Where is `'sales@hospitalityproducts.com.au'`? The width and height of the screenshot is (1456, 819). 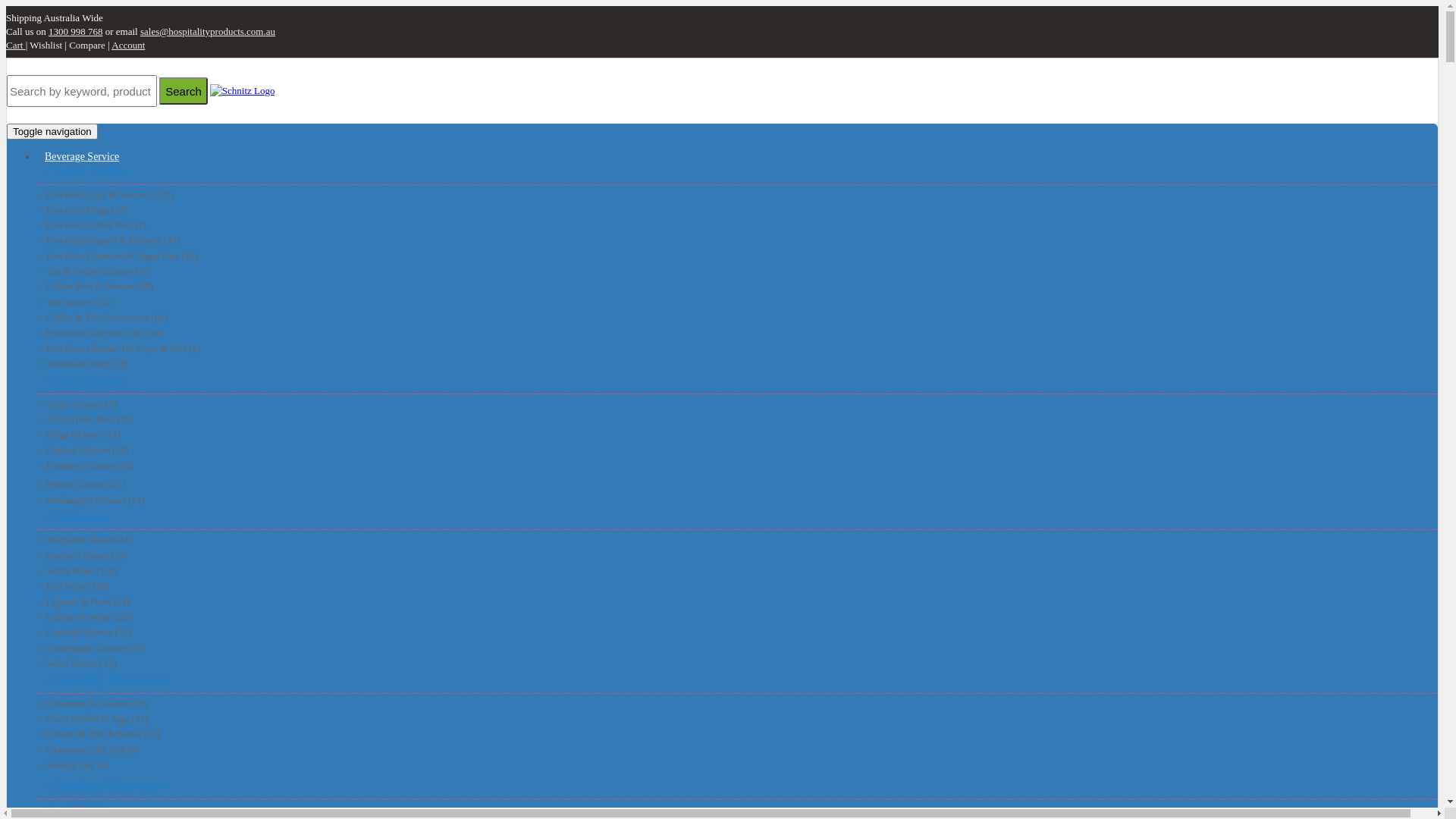
'sales@hospitalityproducts.com.au' is located at coordinates (206, 31).